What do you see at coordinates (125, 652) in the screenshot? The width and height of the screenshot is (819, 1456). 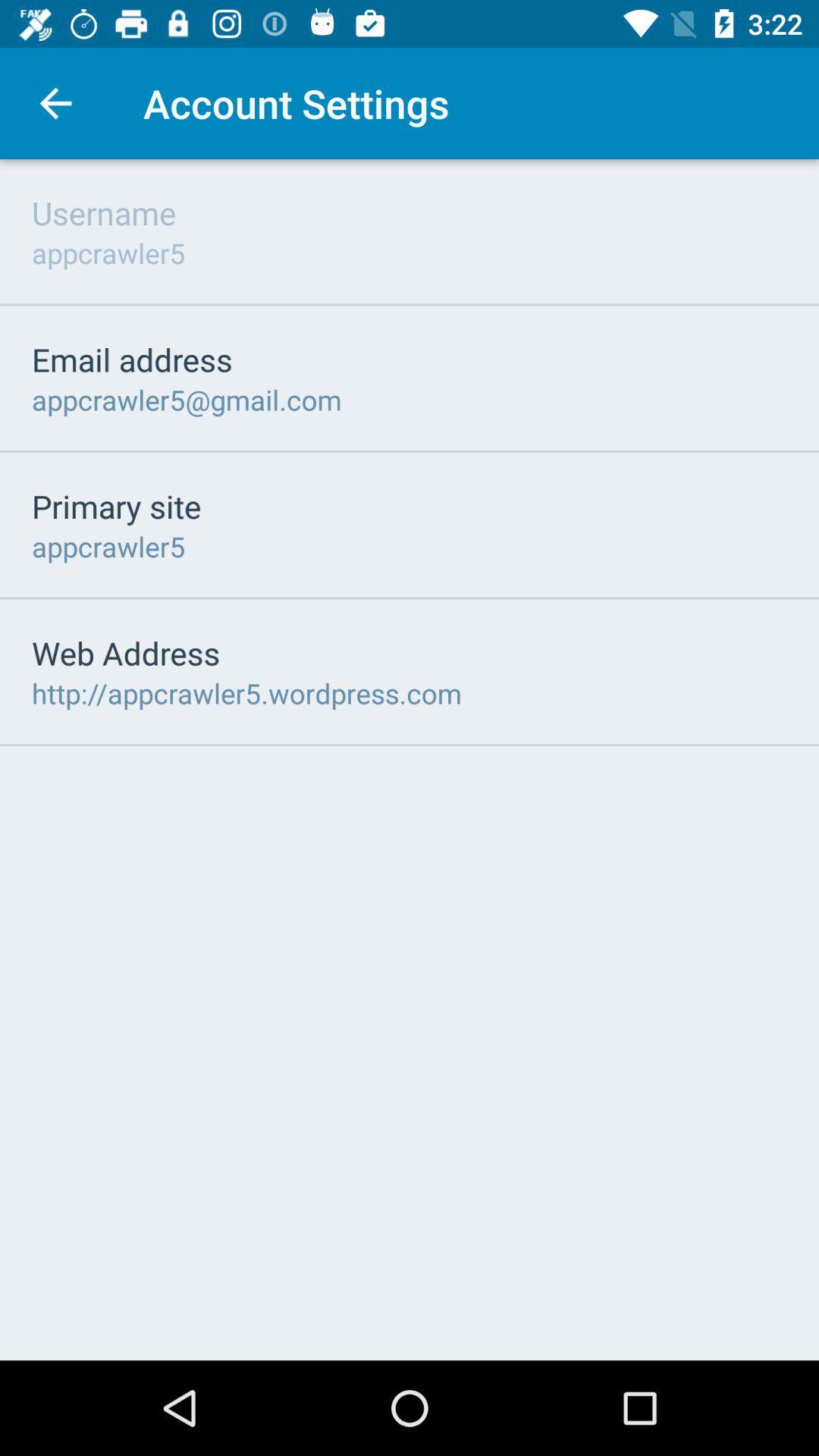 I see `web address item` at bounding box center [125, 652].